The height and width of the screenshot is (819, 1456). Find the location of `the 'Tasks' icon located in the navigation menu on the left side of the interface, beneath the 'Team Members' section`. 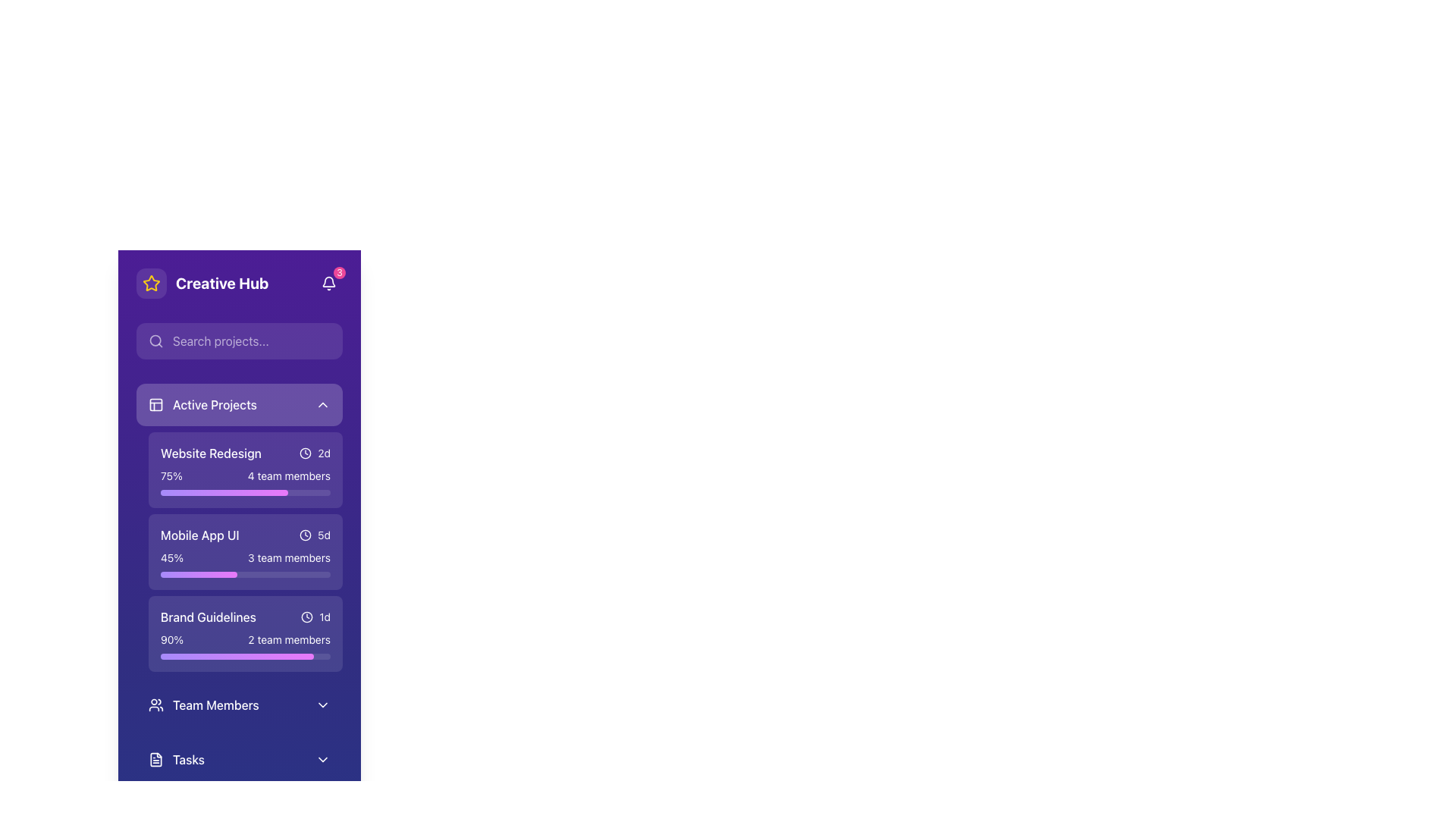

the 'Tasks' icon located in the navigation menu on the left side of the interface, beneath the 'Team Members' section is located at coordinates (156, 760).